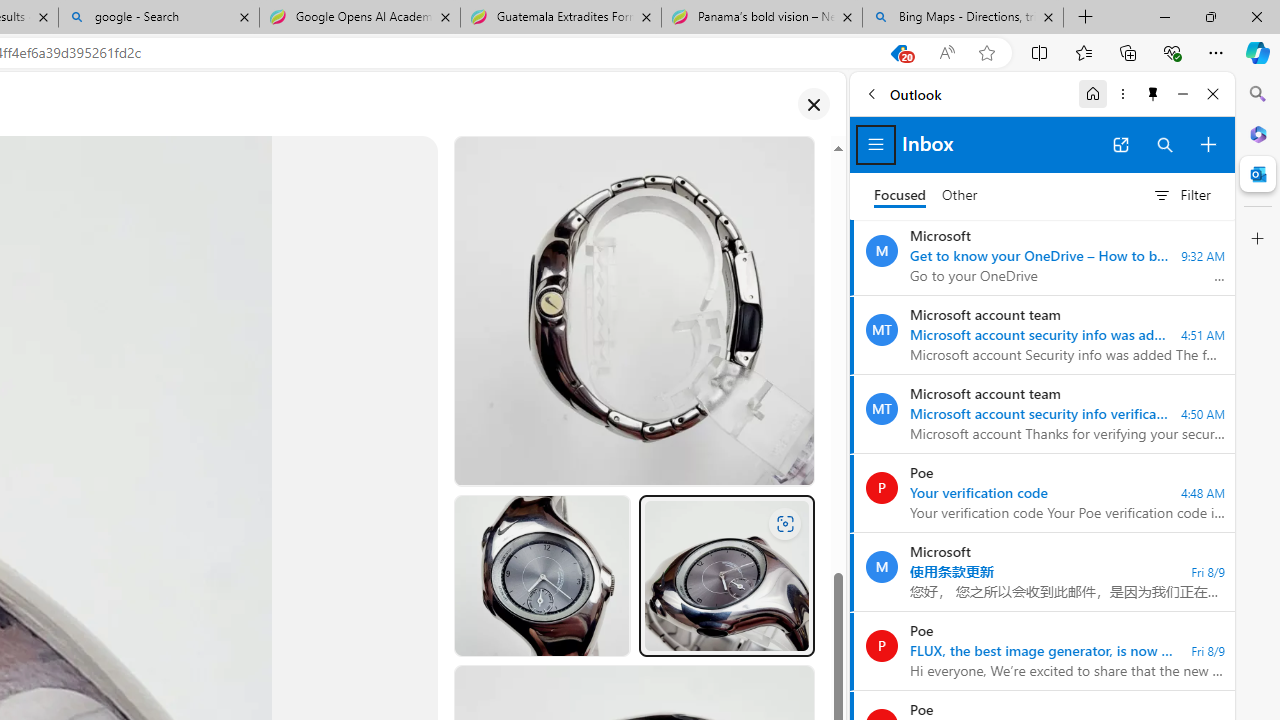  Describe the element at coordinates (1120, 144) in the screenshot. I see `'Open in new tab'` at that location.